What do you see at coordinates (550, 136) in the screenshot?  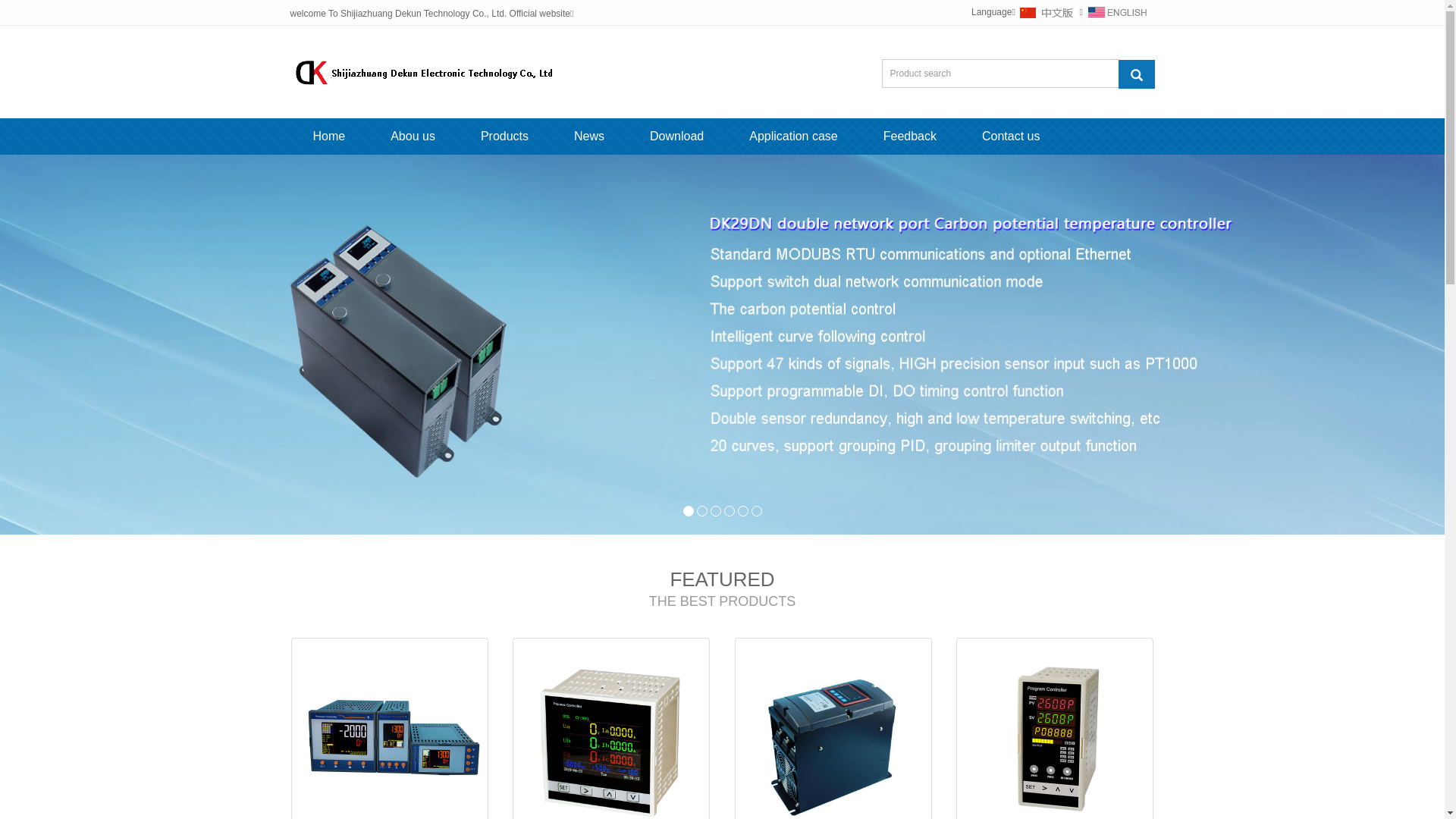 I see `'News'` at bounding box center [550, 136].